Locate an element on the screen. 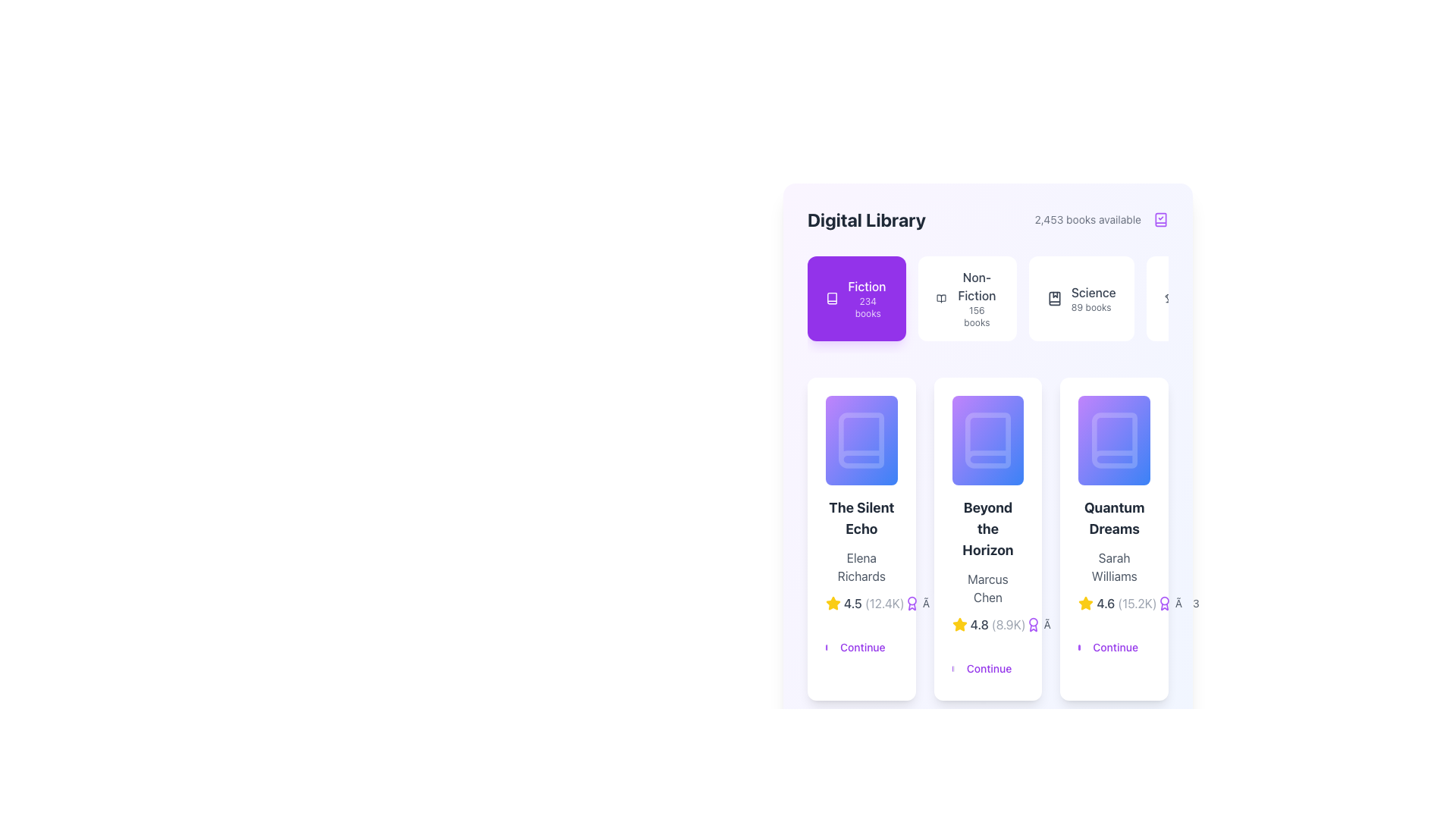  the SVG circle element that is styled as part of a medal or award icon, located near the top-right section of the interface is located at coordinates (911, 600).